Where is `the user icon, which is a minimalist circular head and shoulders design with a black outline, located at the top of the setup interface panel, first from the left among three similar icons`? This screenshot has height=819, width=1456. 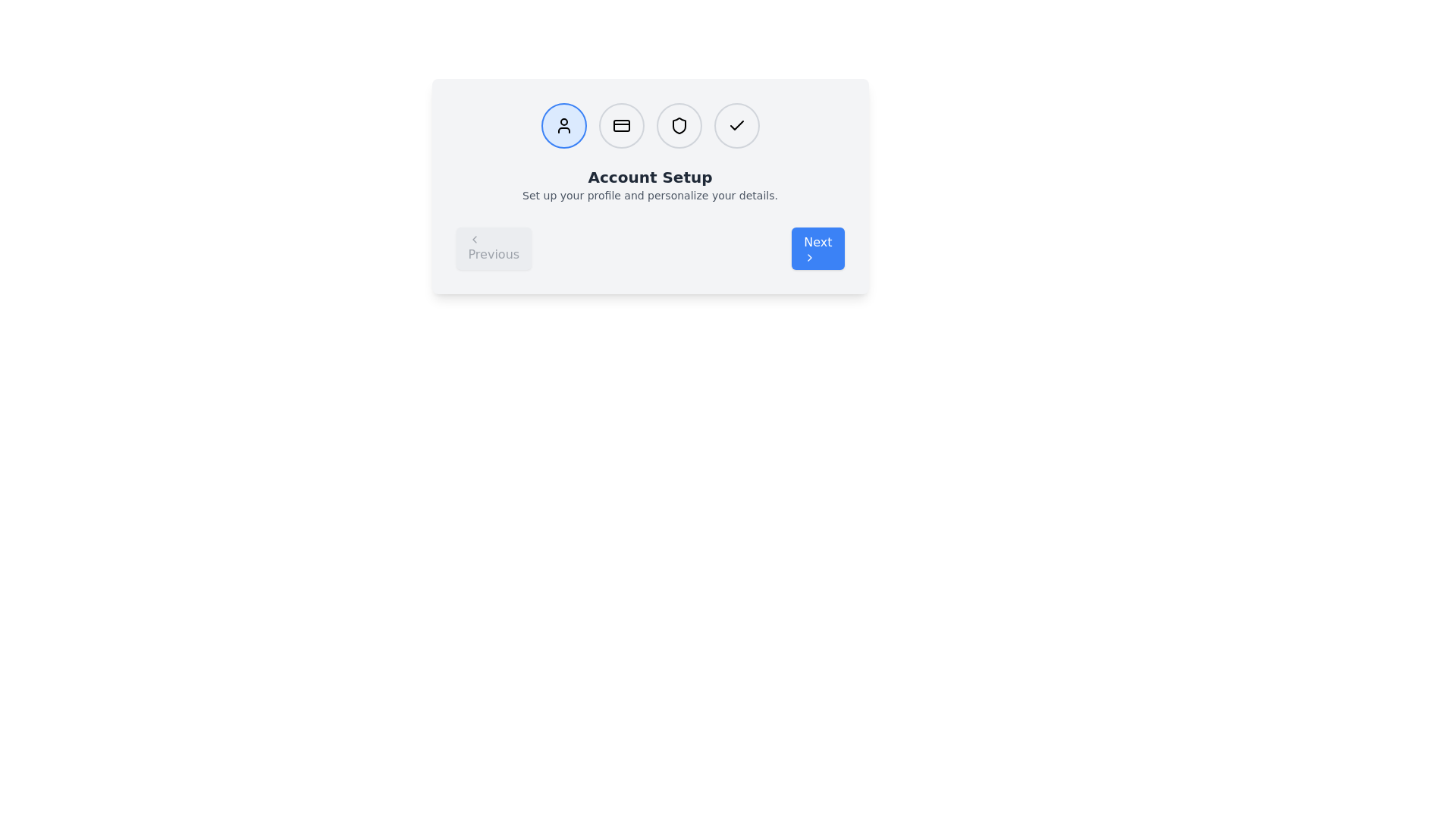
the user icon, which is a minimalist circular head and shoulders design with a black outline, located at the top of the setup interface panel, first from the left among three similar icons is located at coordinates (563, 124).